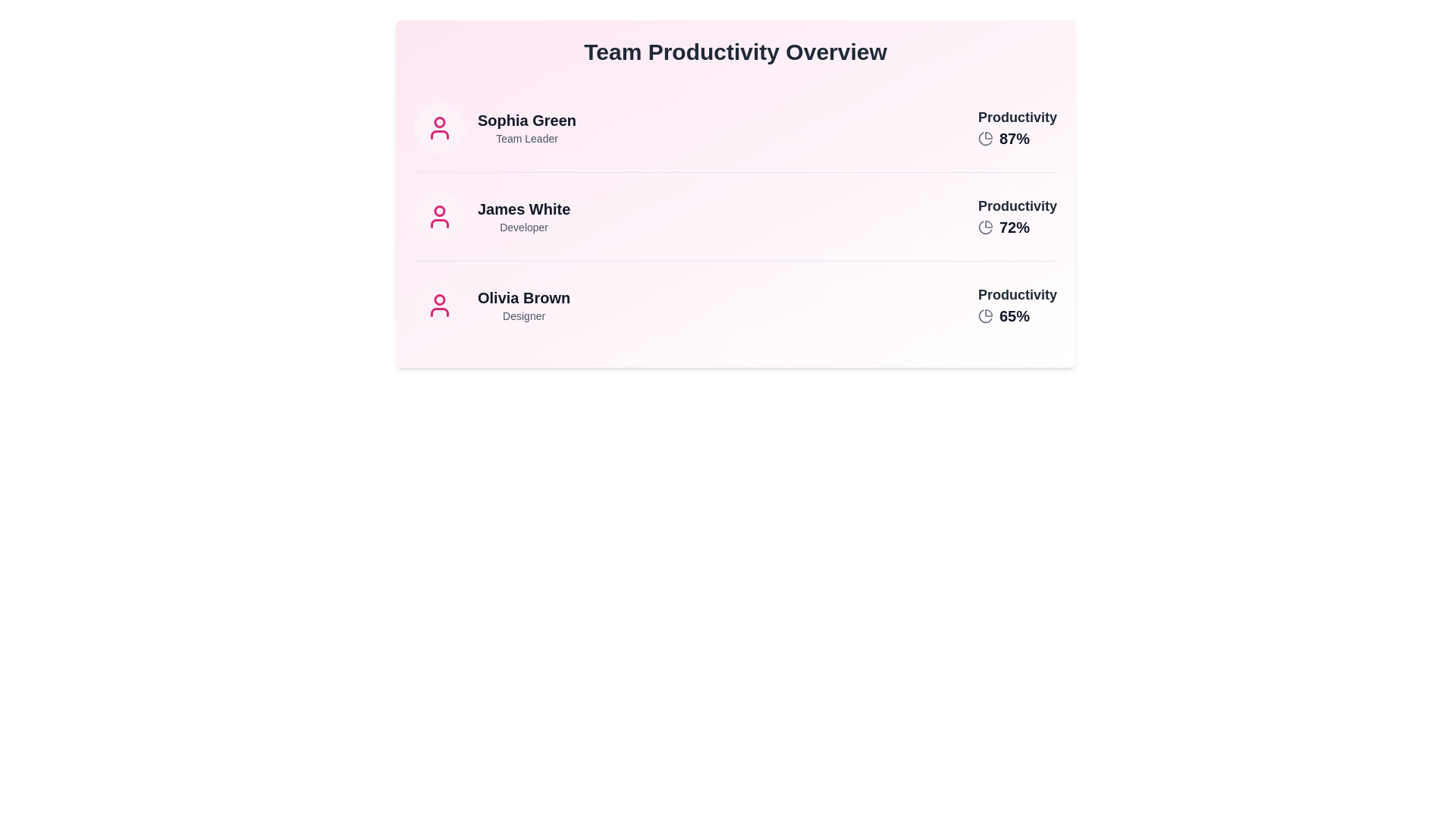  I want to click on the user profile card positioned between 'Sophia Green' and 'Olivia Brown' in the vertical list of user profile badges, so click(492, 216).